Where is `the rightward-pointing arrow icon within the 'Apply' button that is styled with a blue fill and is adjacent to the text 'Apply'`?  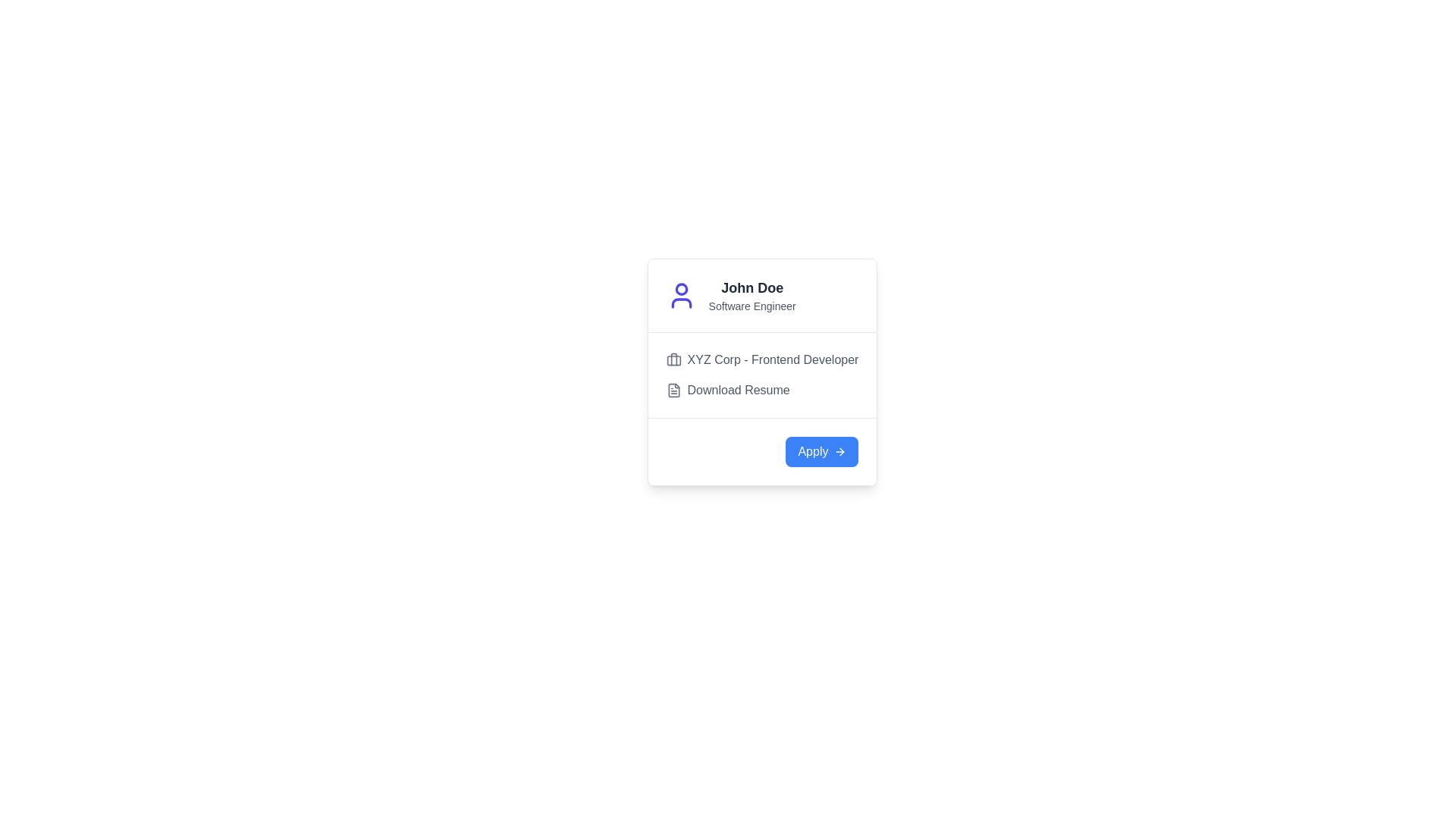
the rightward-pointing arrow icon within the 'Apply' button that is styled with a blue fill and is adjacent to the text 'Apply' is located at coordinates (839, 451).